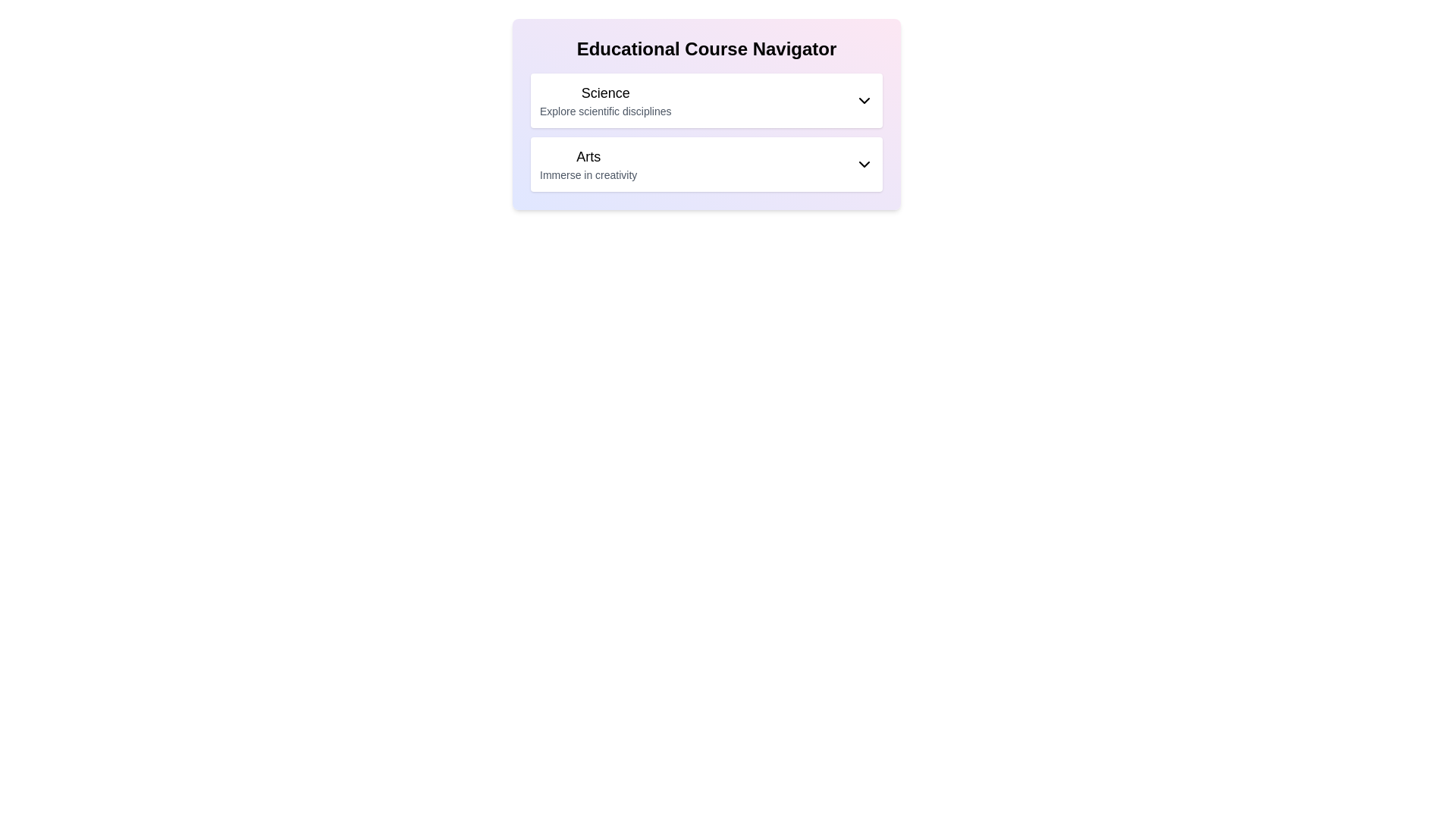 The image size is (1456, 819). I want to click on the downward-facing chevron icon indicating additional options in the 'Arts Immerse in creativity' section, so click(864, 164).